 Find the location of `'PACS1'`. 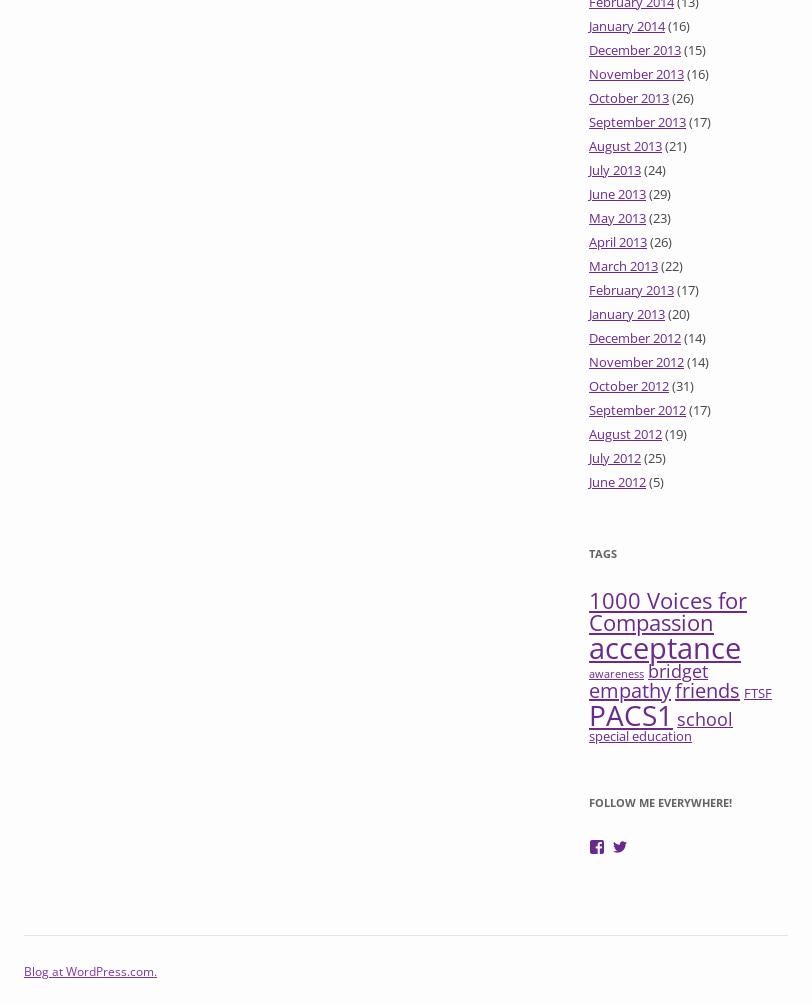

'PACS1' is located at coordinates (631, 713).